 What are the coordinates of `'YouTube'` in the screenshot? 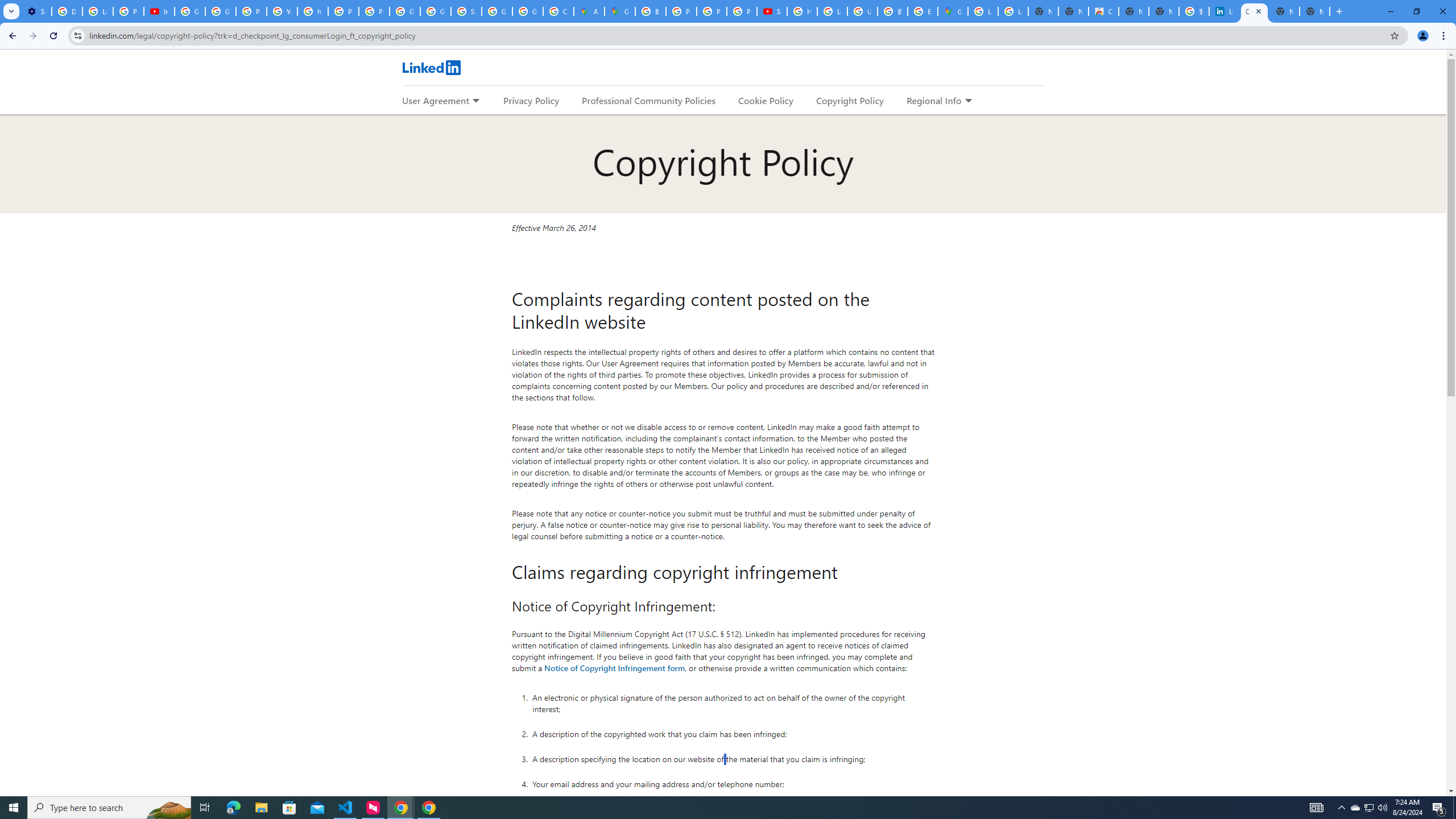 It's located at (282, 11).